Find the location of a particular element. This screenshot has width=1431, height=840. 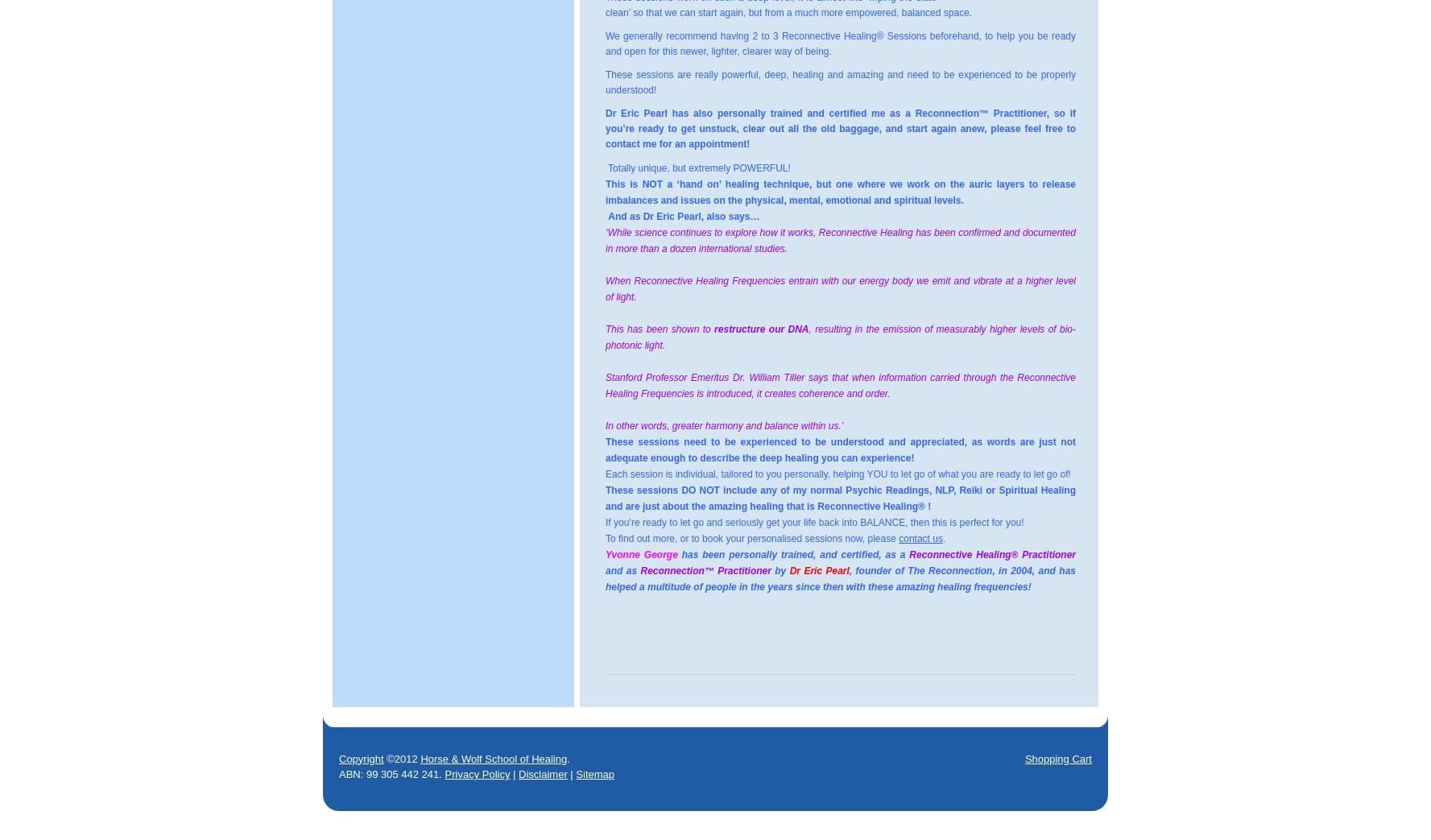

'seo company' is located at coordinates (749, 825).